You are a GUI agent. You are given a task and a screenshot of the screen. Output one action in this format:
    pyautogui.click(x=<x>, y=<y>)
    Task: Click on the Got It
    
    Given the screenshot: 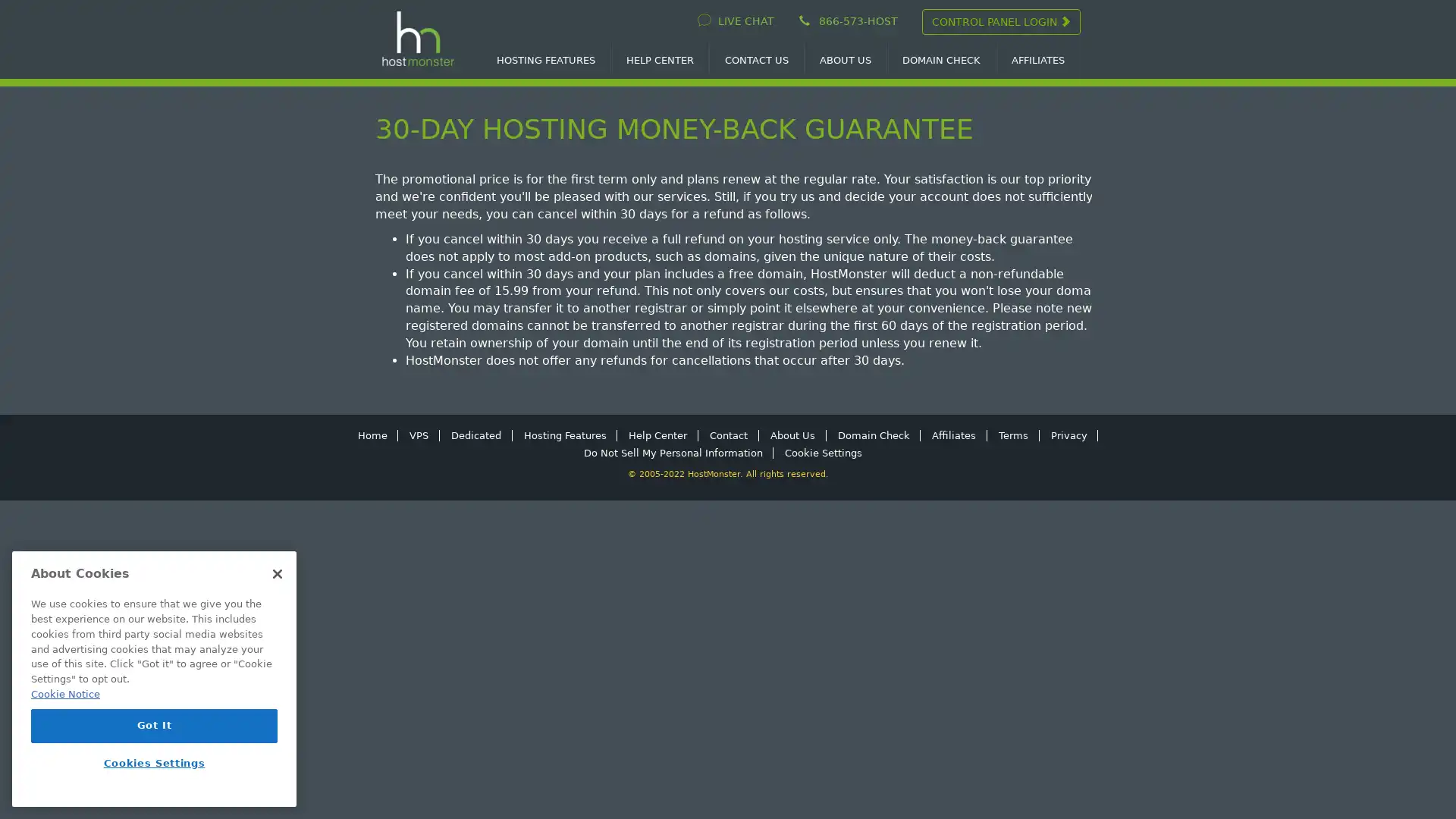 What is the action you would take?
    pyautogui.click(x=154, y=724)
    